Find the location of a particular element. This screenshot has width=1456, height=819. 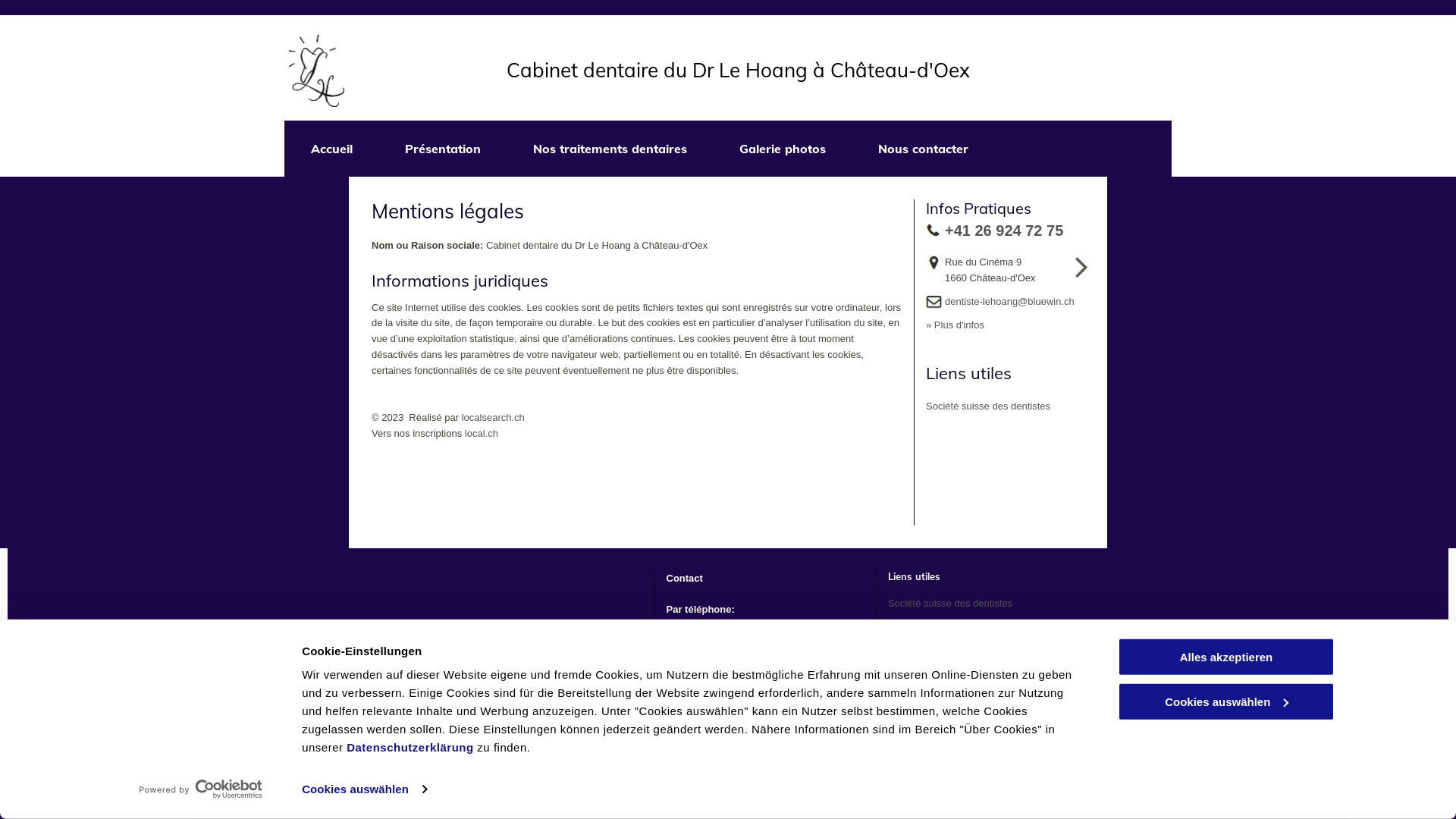

'local.ch' is located at coordinates (464, 433).